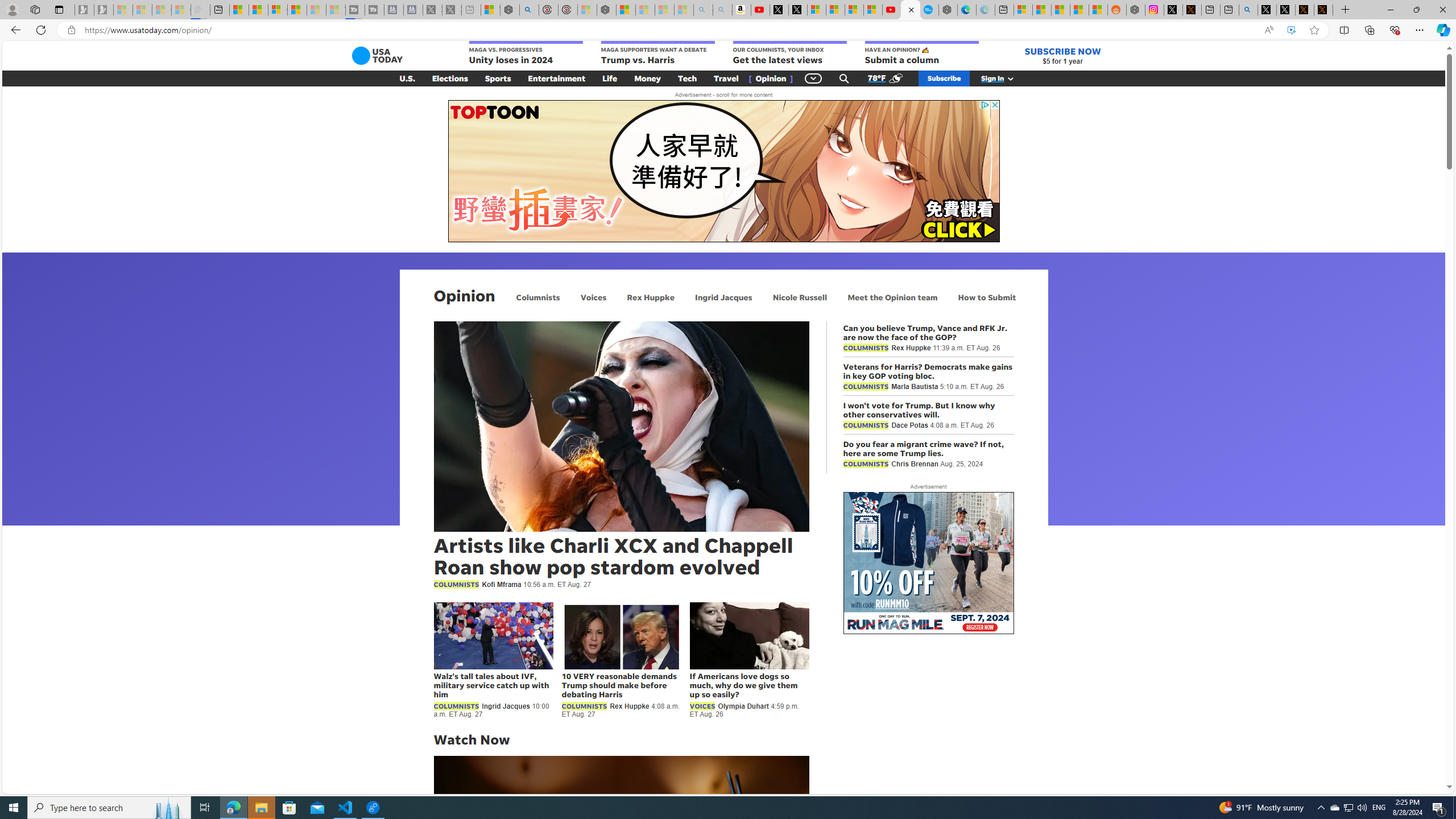 The image size is (1456, 819). Describe the element at coordinates (686, 78) in the screenshot. I see `'Tech'` at that location.